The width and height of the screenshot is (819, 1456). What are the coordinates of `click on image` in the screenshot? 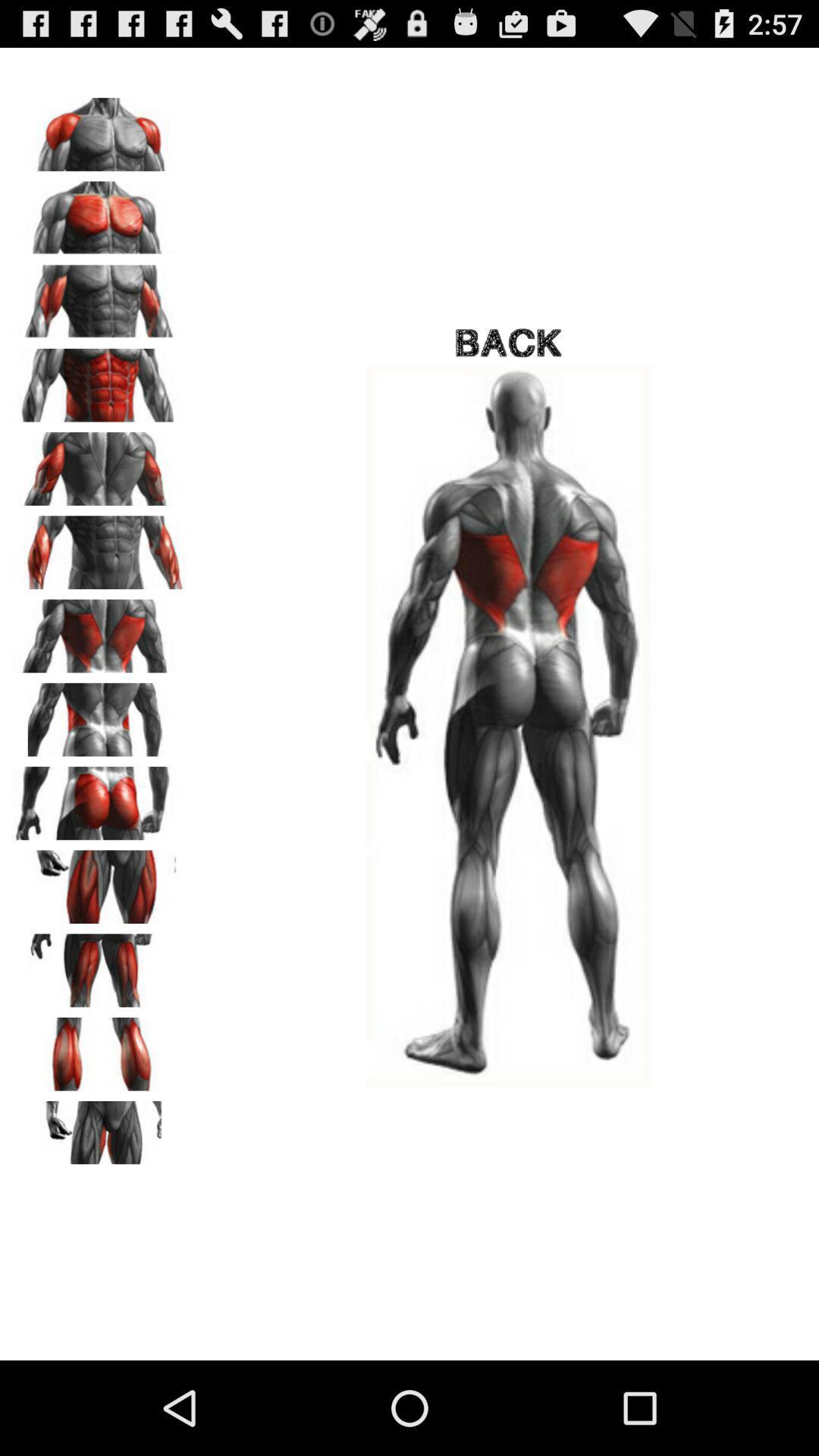 It's located at (99, 463).